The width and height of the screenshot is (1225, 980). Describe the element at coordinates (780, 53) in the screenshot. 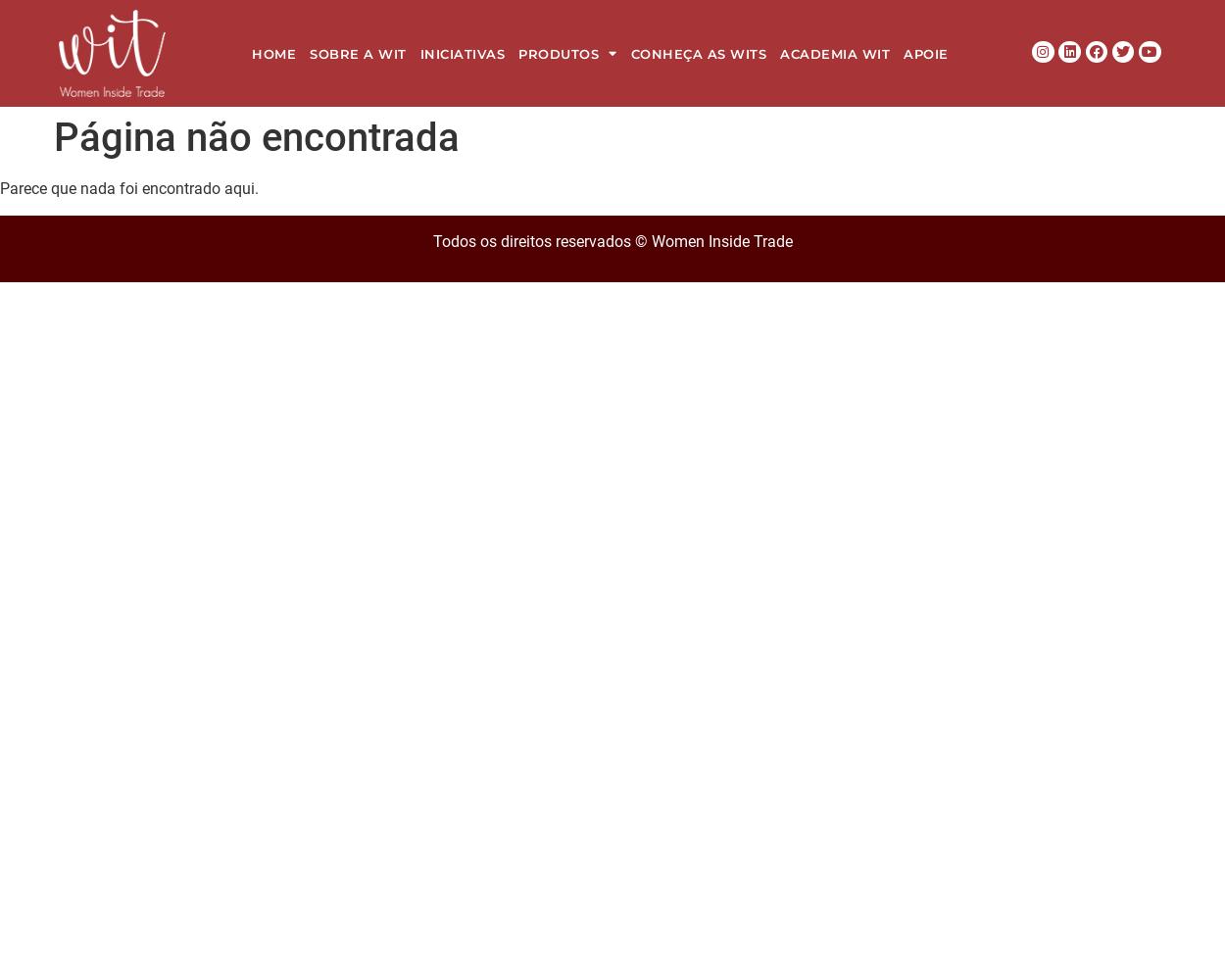

I see `'Academia WIT'` at that location.